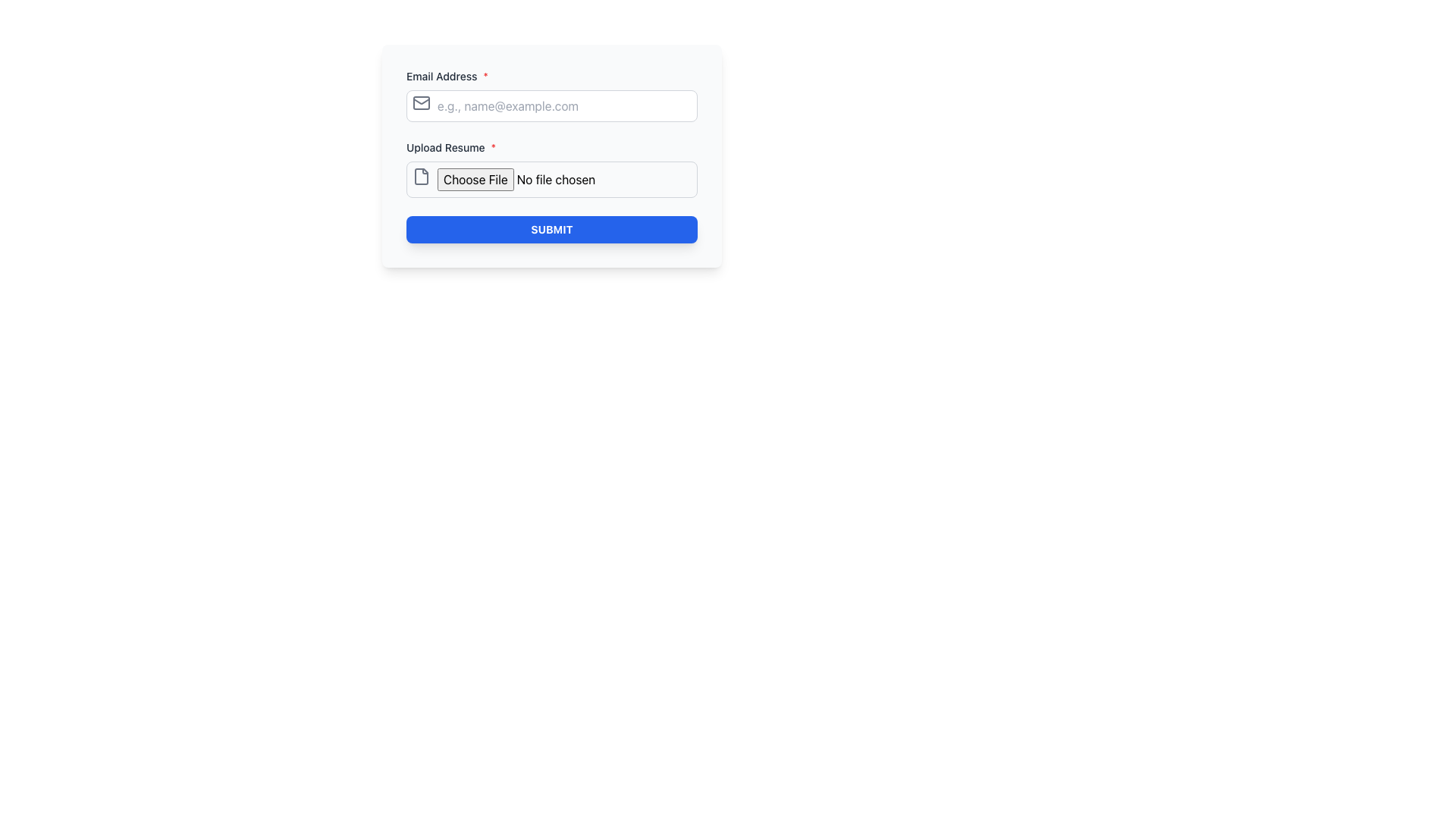 The height and width of the screenshot is (819, 1456). What do you see at coordinates (551, 96) in the screenshot?
I see `the Labeled Input Field for 'Email Address*'` at bounding box center [551, 96].